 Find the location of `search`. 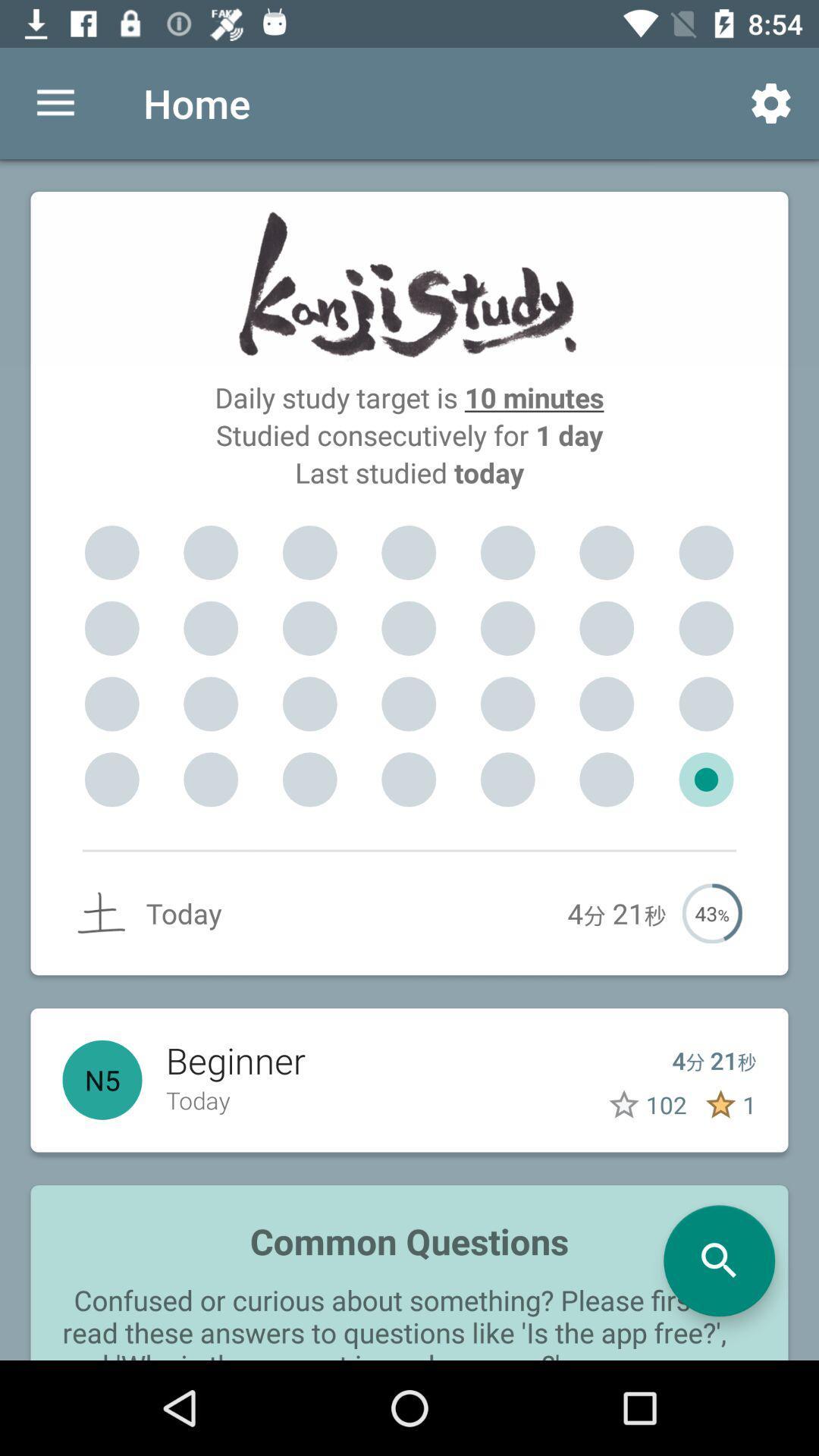

search is located at coordinates (718, 1260).